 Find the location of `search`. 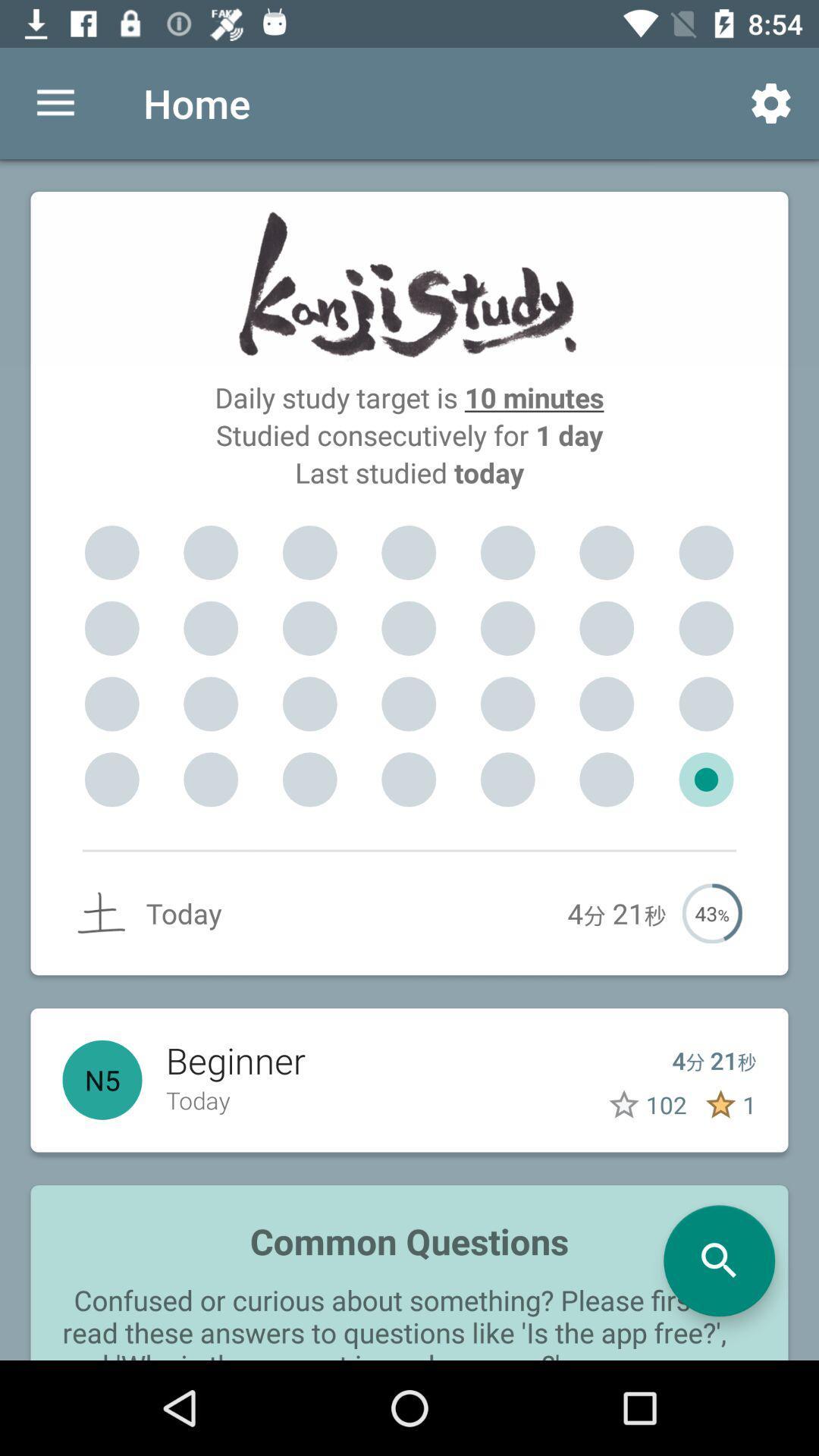

search is located at coordinates (718, 1260).